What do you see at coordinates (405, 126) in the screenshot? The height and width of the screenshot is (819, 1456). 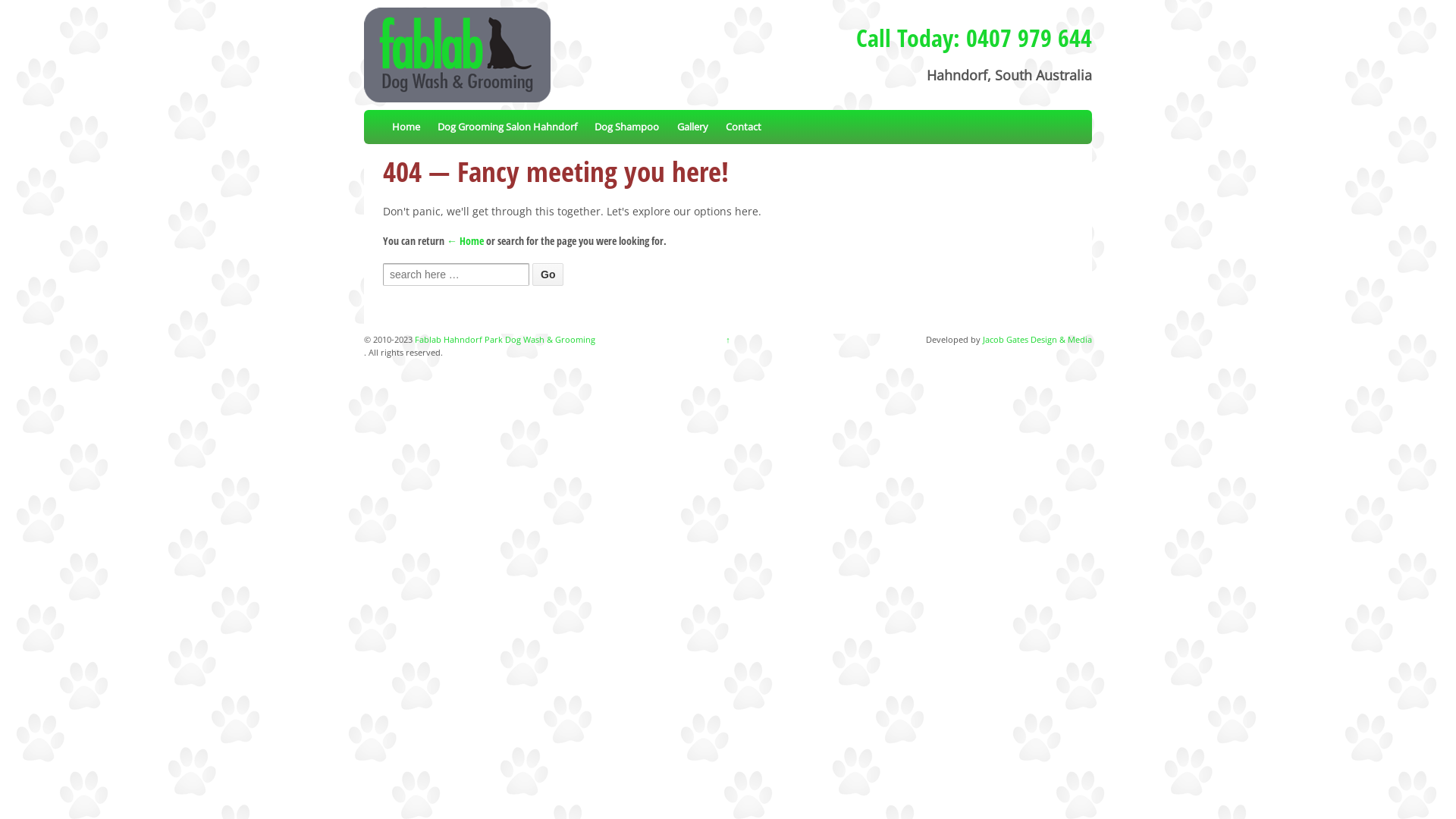 I see `'Home'` at bounding box center [405, 126].